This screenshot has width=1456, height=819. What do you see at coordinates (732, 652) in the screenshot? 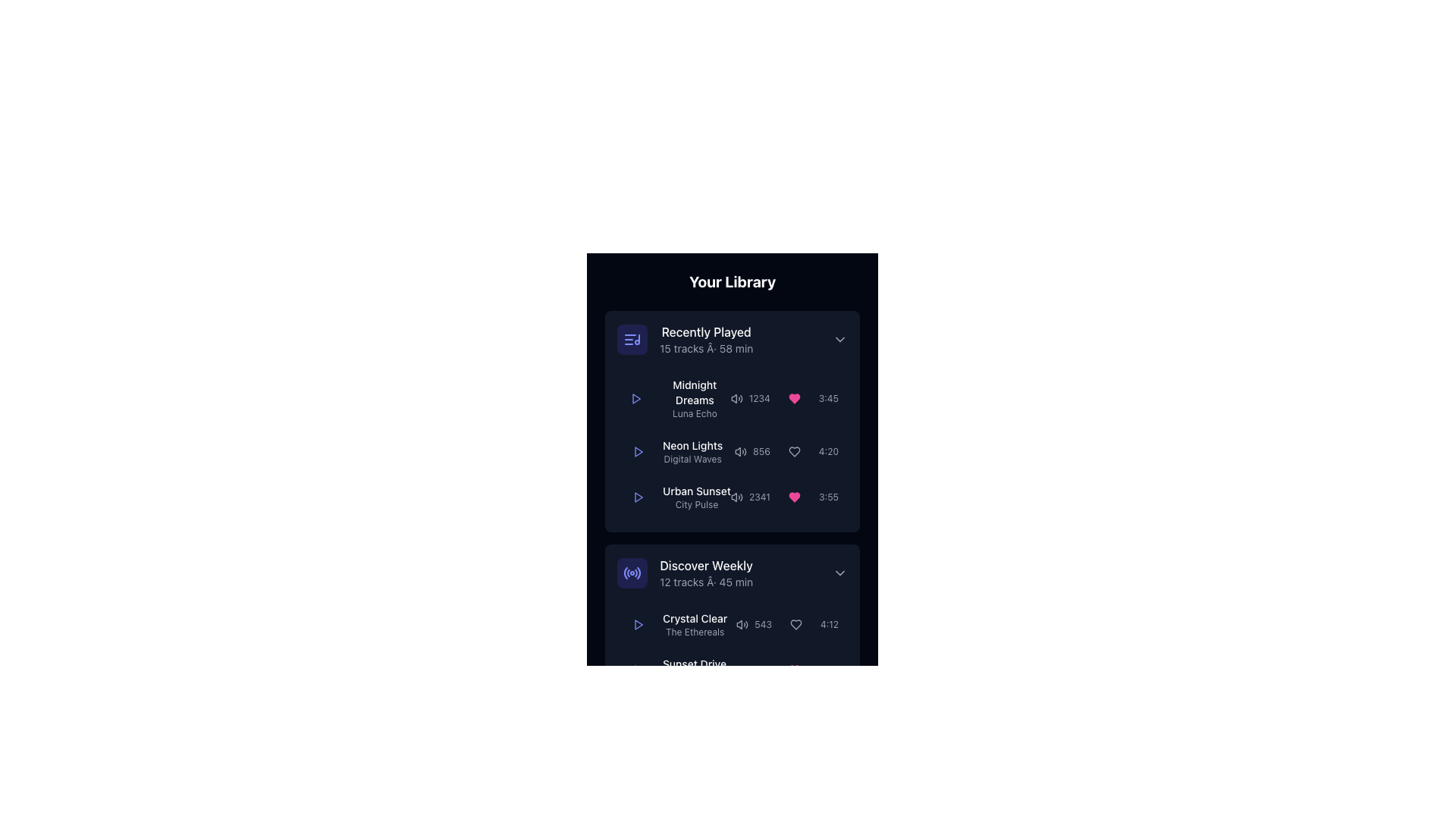
I see `the Playlist item titled 'Crystal Clear' with the play button` at bounding box center [732, 652].